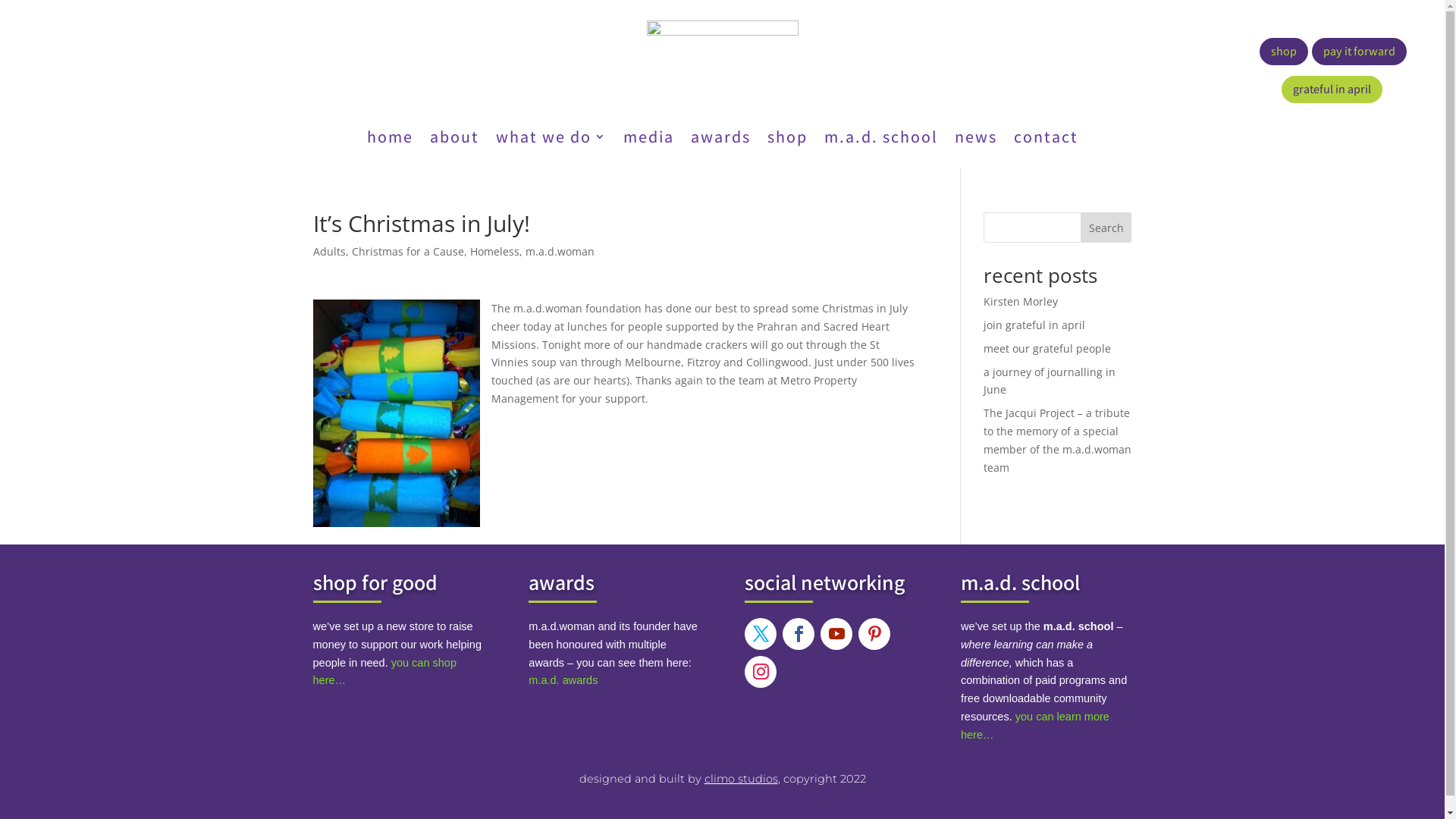 Image resolution: width=1456 pixels, height=819 pixels. I want to click on 'madlogosm.fw_1', so click(645, 54).